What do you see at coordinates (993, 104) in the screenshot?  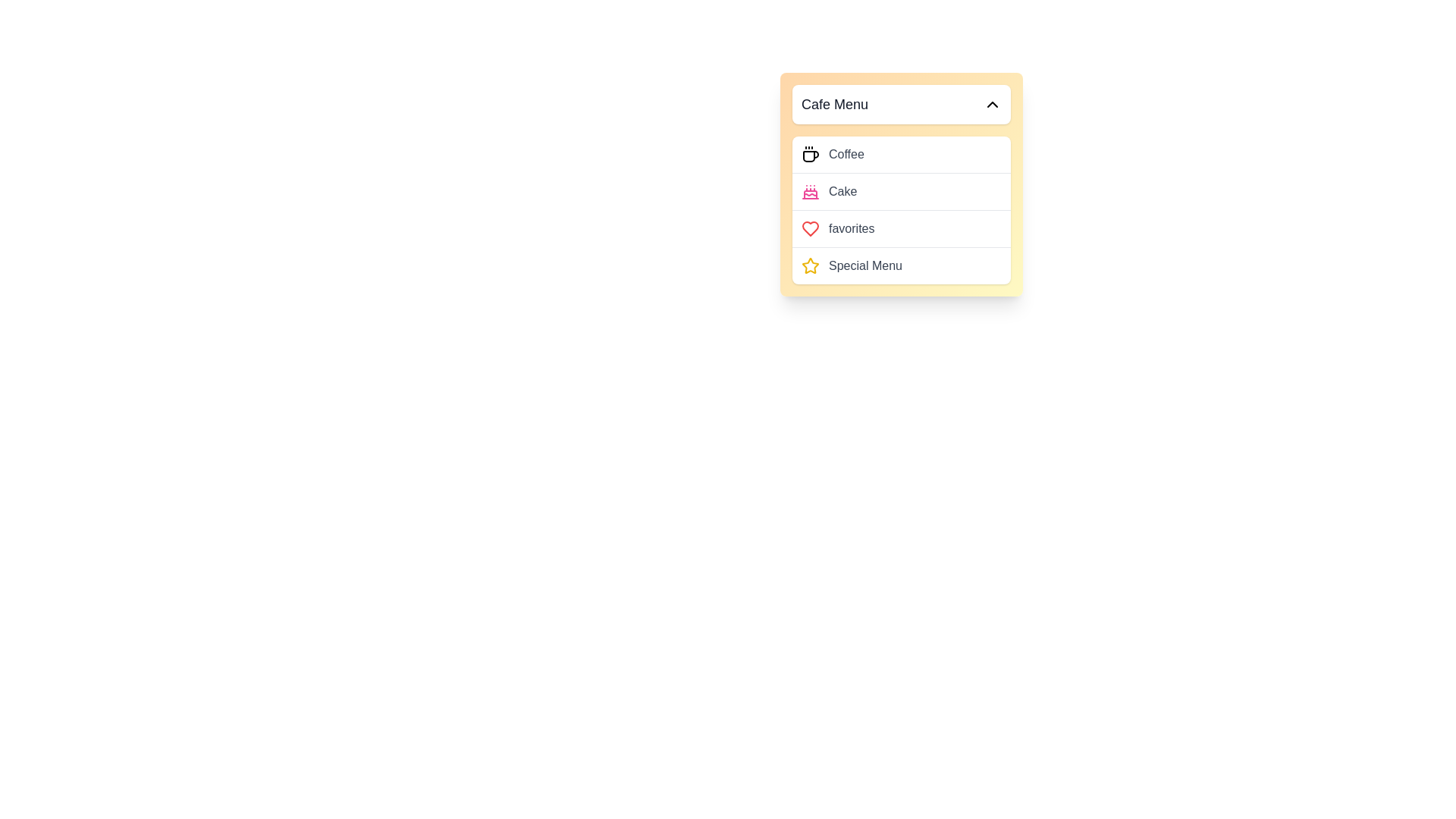 I see `the chevron-up icon button located at the top right of the header section, which is associated with the 'Cafe Menu' text` at bounding box center [993, 104].